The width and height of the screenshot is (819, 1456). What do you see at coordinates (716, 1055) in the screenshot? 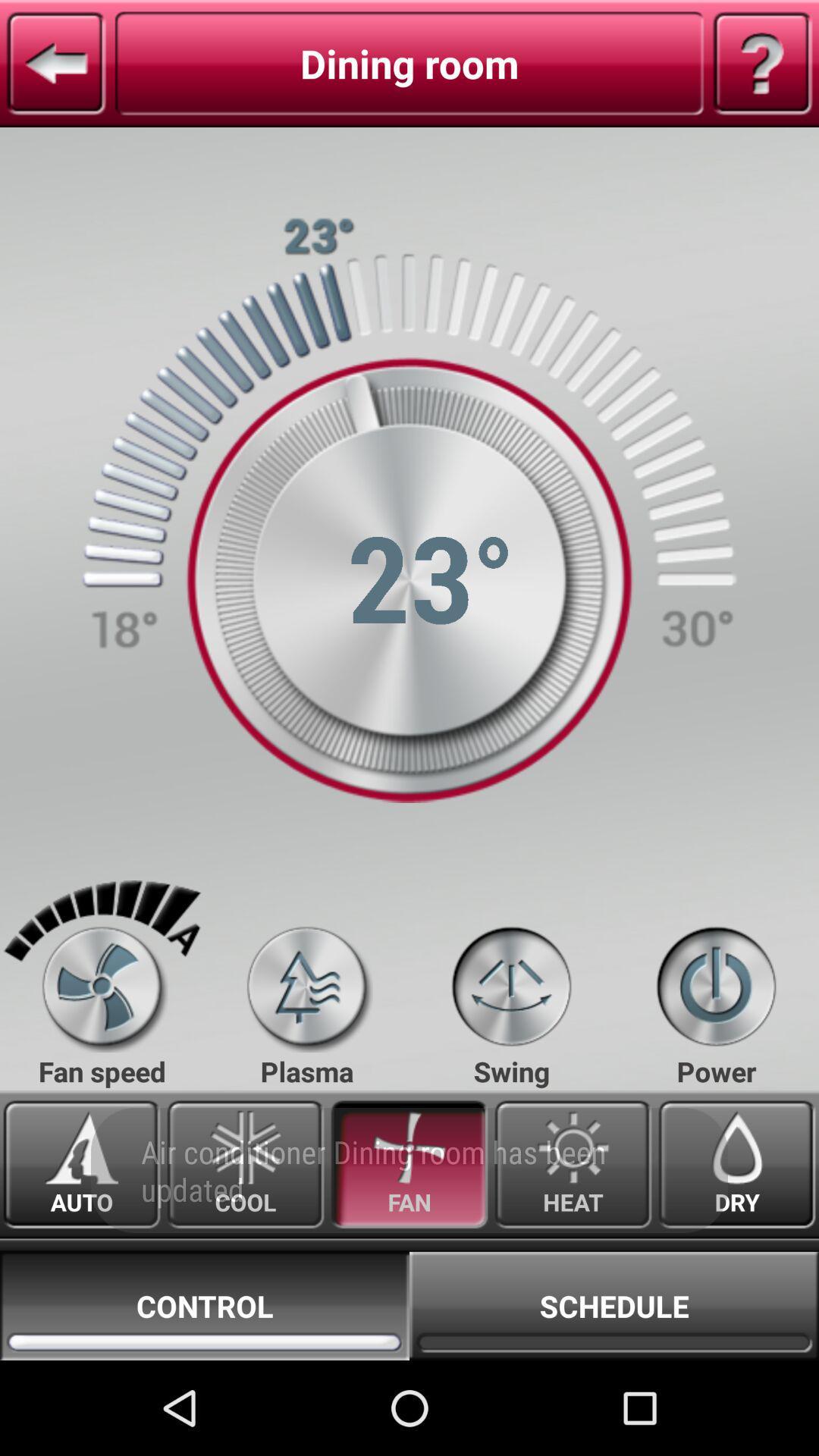
I see `the power icon` at bounding box center [716, 1055].